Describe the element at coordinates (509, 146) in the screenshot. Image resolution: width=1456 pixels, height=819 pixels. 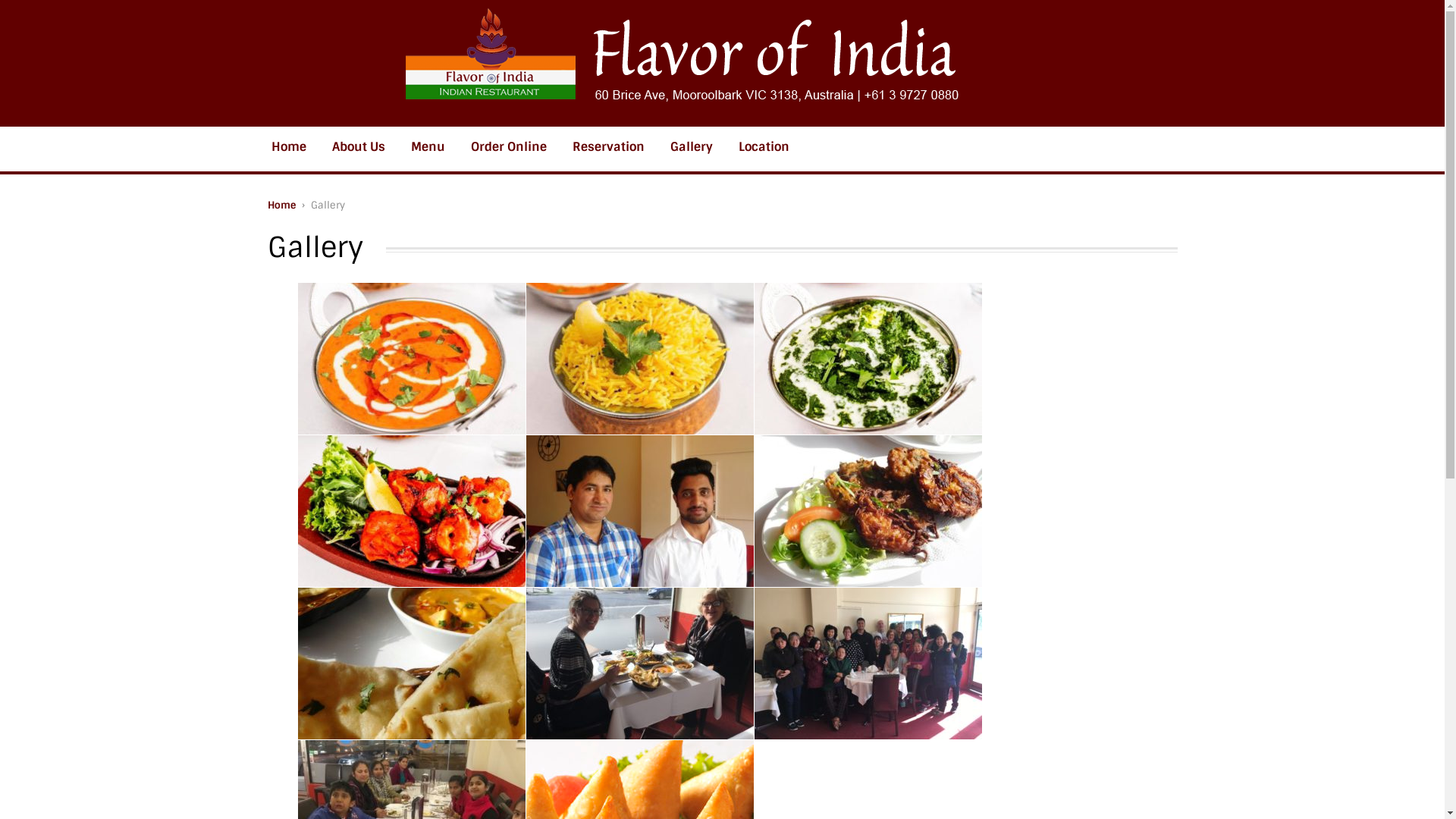
I see `'Order Online'` at that location.